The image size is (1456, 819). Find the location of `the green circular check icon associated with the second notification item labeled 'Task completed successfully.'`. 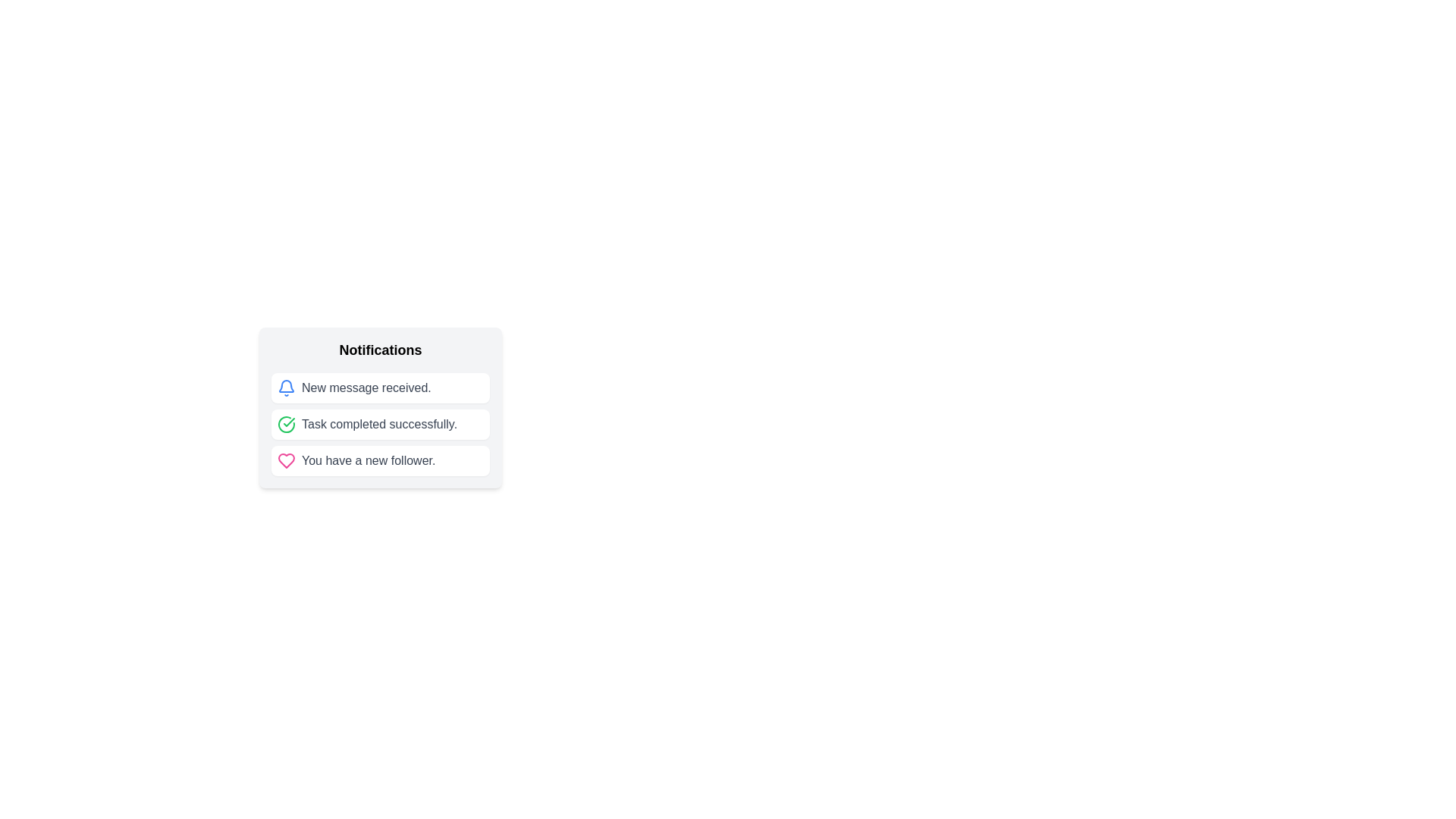

the green circular check icon associated with the second notification item labeled 'Task completed successfully.' is located at coordinates (381, 424).